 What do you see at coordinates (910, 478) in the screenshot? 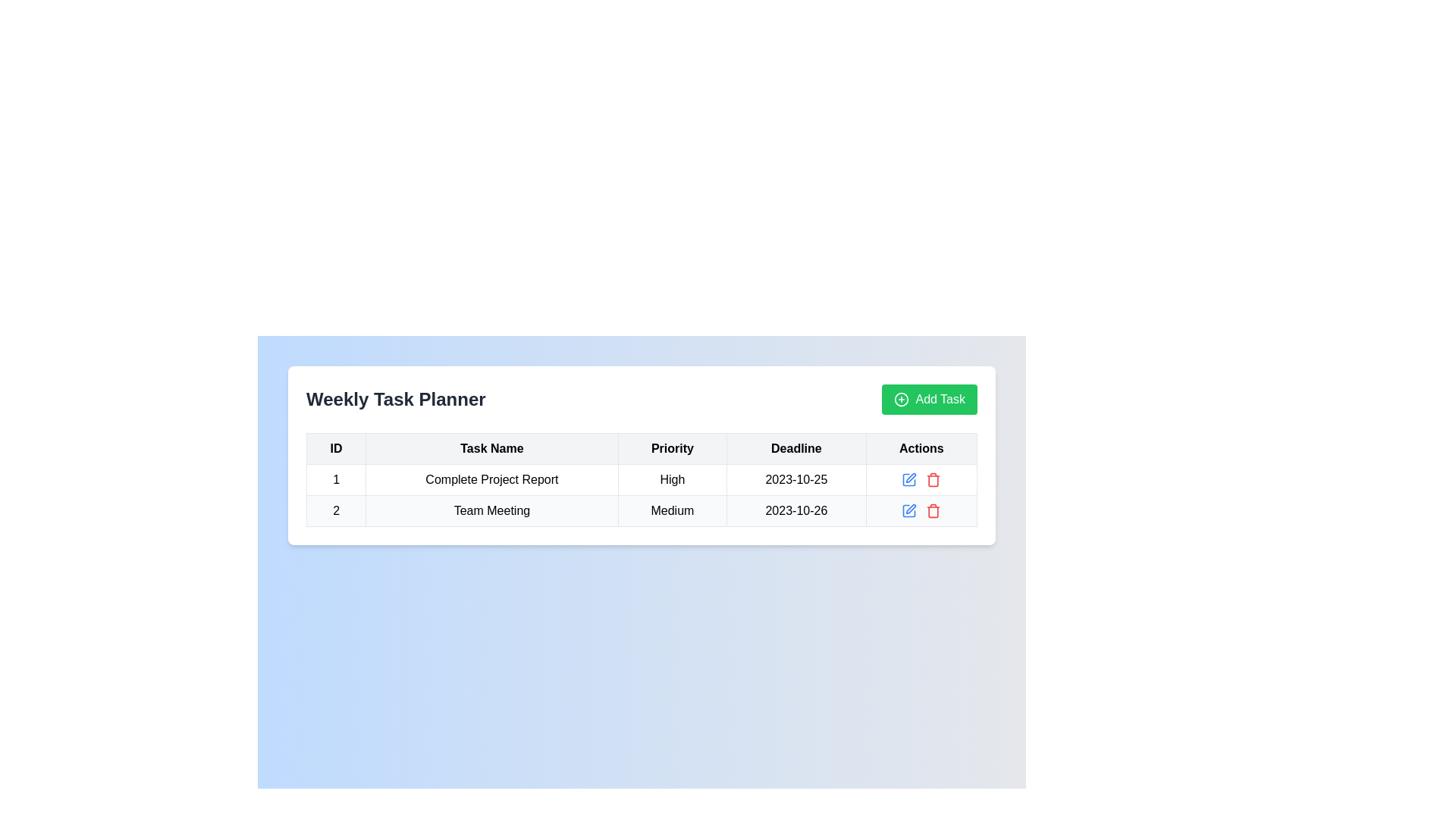
I see `the Icon-based button in the 'Actions' column of the second row in the 'Weekly Task Planner' table` at bounding box center [910, 478].